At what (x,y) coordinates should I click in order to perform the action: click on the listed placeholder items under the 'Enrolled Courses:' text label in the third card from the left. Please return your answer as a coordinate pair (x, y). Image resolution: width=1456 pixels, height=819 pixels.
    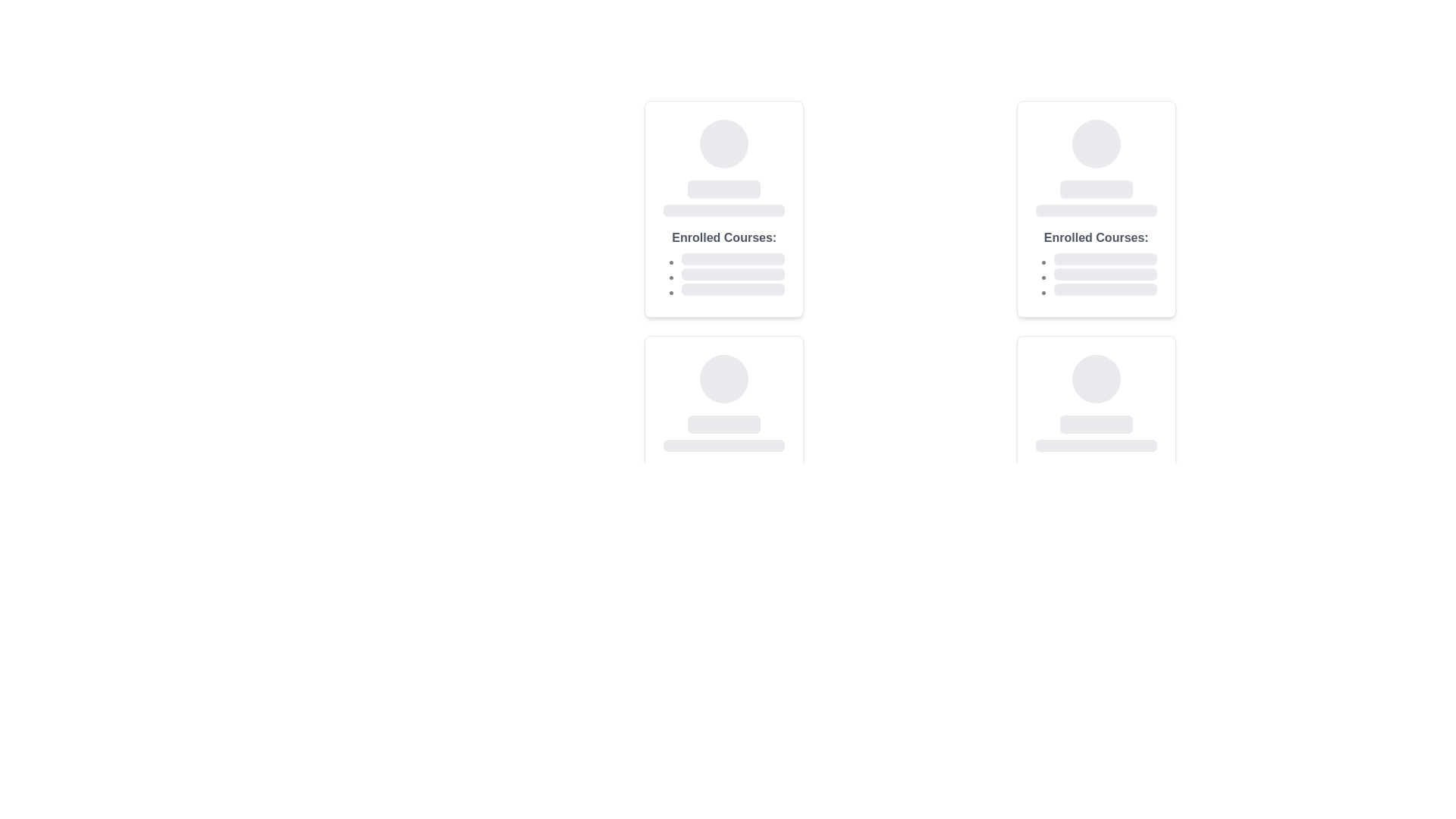
    Looking at the image, I should click on (1096, 262).